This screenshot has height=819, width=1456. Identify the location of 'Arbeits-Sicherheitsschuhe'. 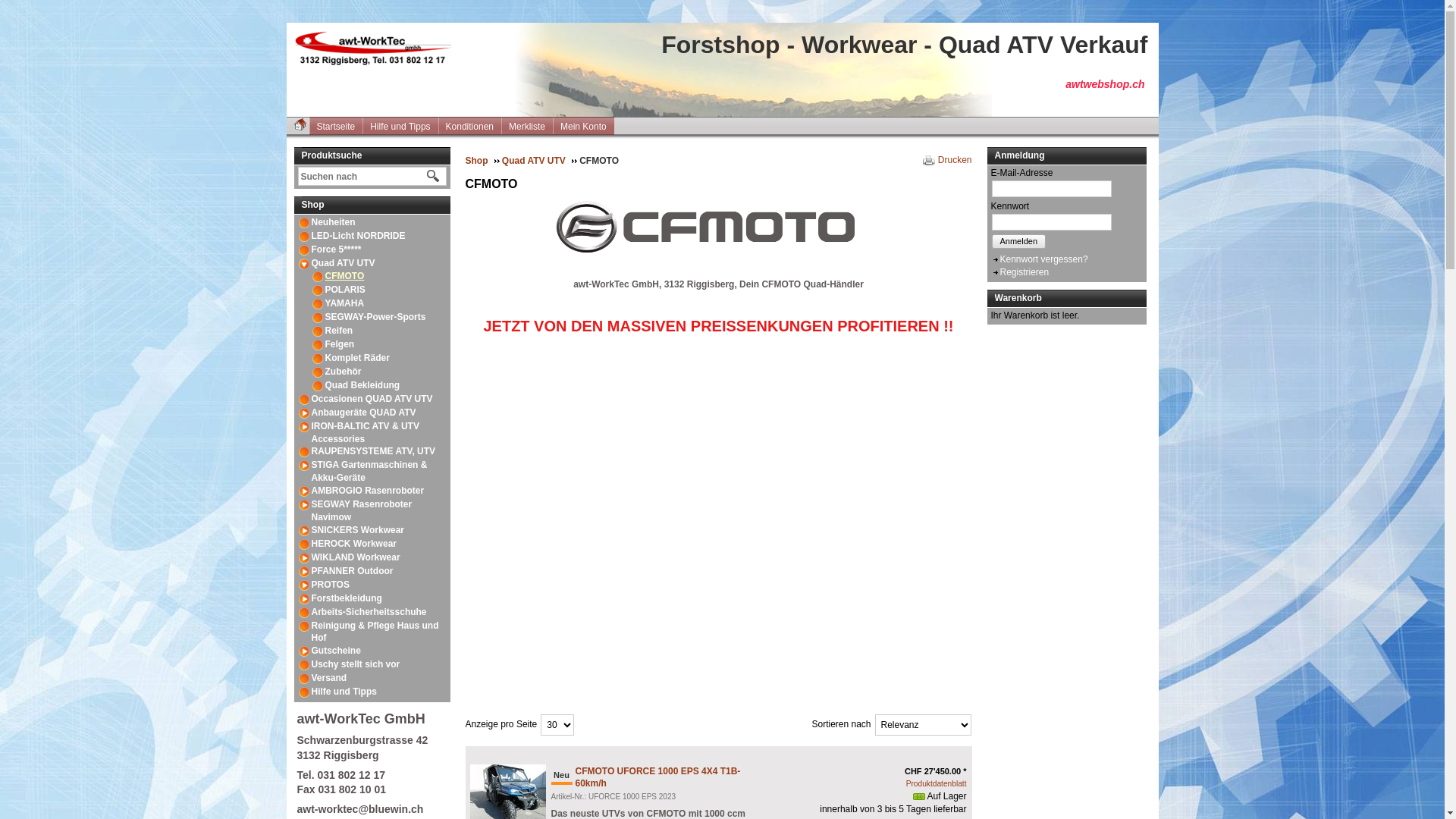
(369, 610).